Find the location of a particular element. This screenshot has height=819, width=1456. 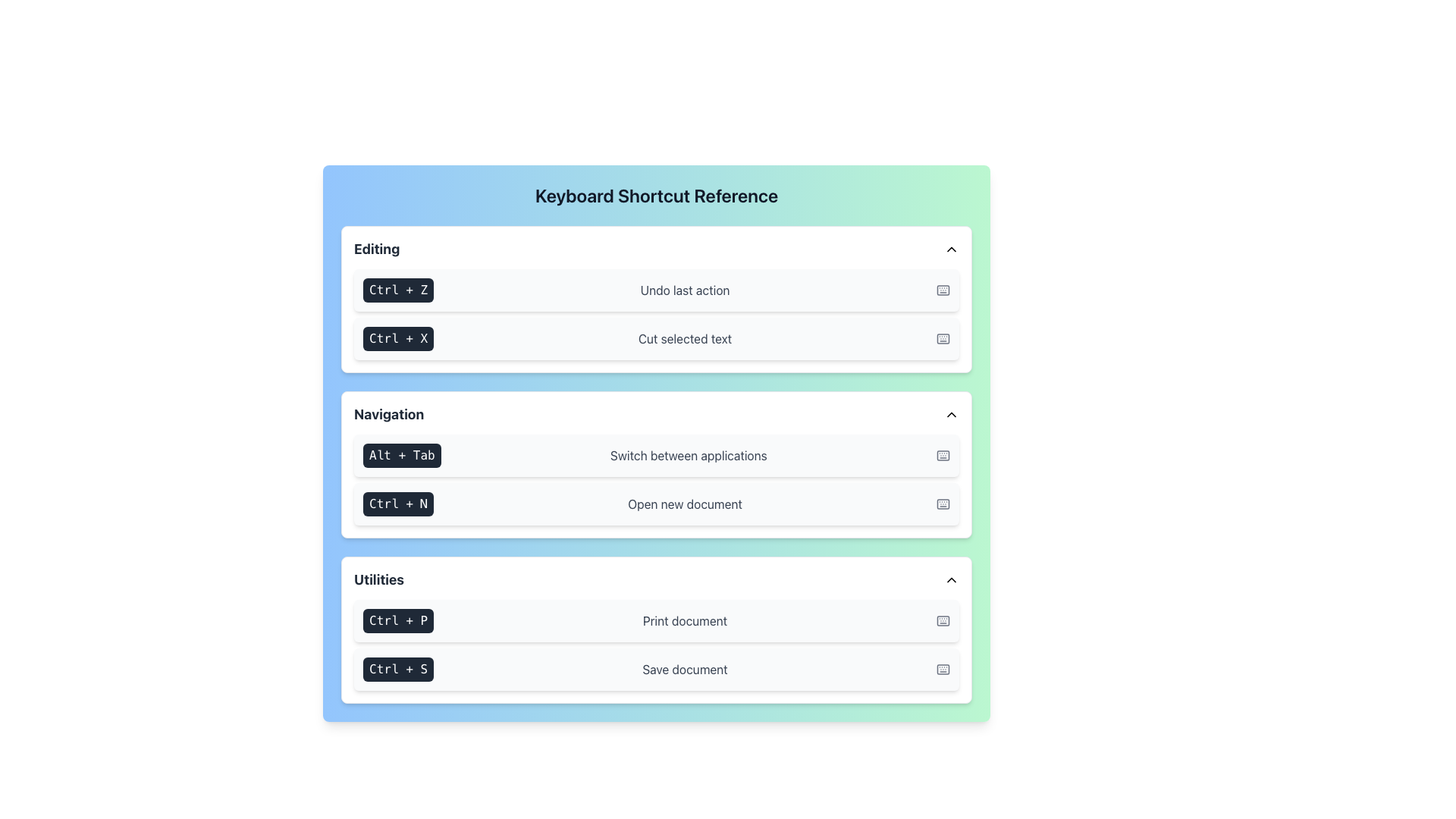

the upward-pointing chevron icon in the title bar of the 'Navigation' section is located at coordinates (950, 415).